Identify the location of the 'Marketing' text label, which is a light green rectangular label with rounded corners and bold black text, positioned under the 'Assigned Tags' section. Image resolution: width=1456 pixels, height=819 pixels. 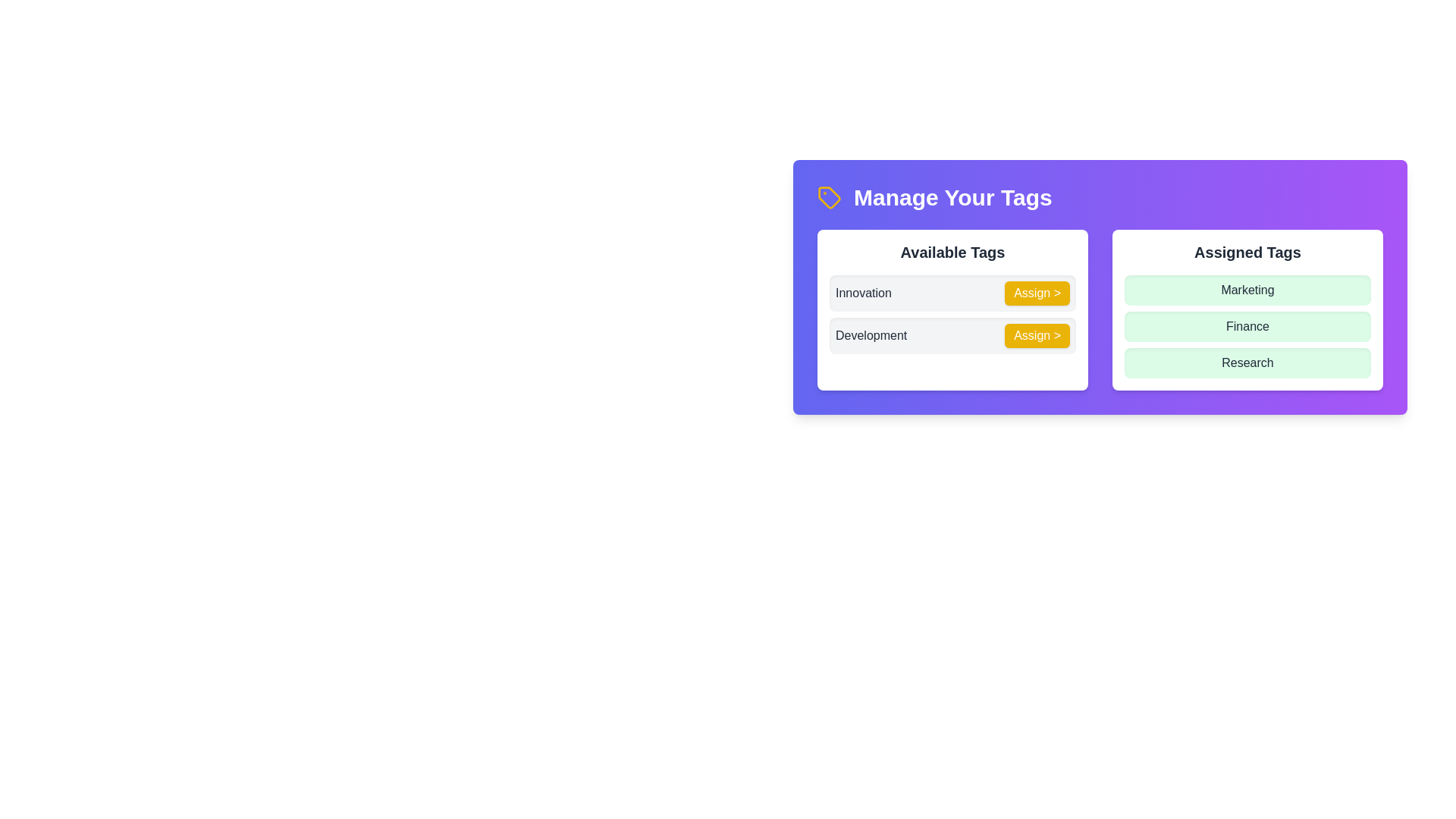
(1247, 290).